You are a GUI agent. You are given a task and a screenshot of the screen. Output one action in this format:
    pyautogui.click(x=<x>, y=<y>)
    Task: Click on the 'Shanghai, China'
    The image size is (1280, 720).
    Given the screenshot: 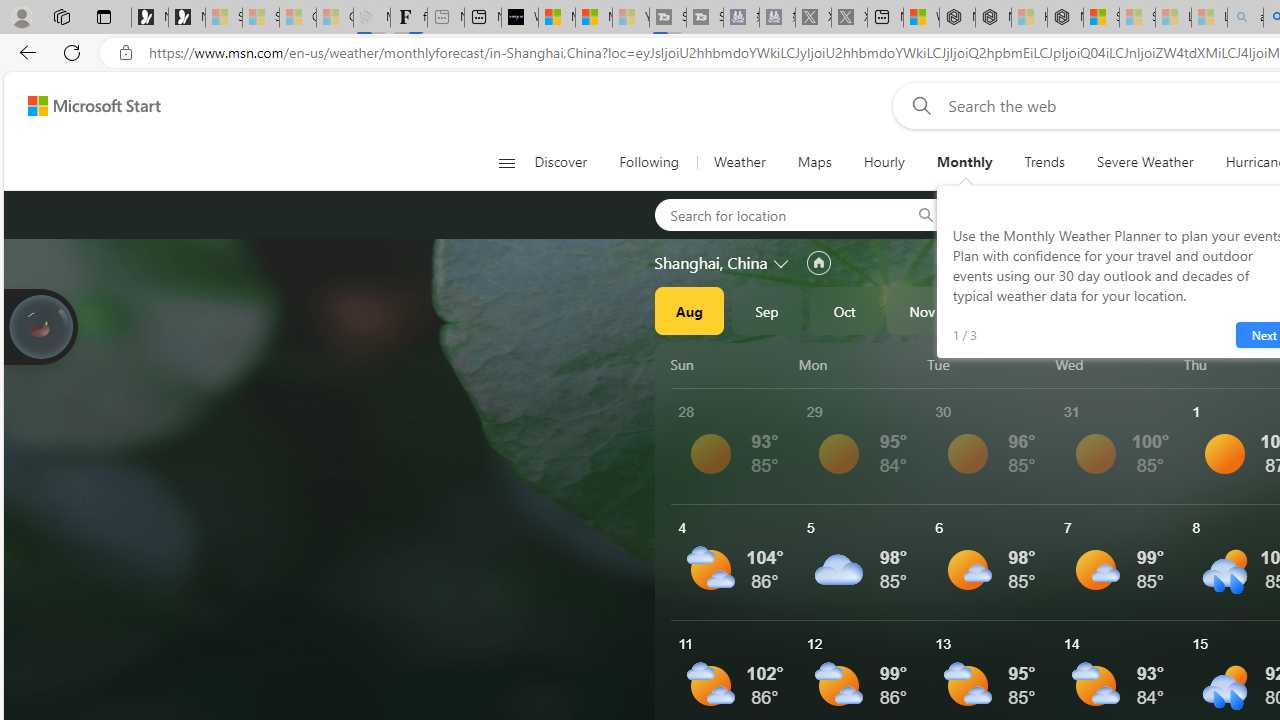 What is the action you would take?
    pyautogui.click(x=711, y=262)
    